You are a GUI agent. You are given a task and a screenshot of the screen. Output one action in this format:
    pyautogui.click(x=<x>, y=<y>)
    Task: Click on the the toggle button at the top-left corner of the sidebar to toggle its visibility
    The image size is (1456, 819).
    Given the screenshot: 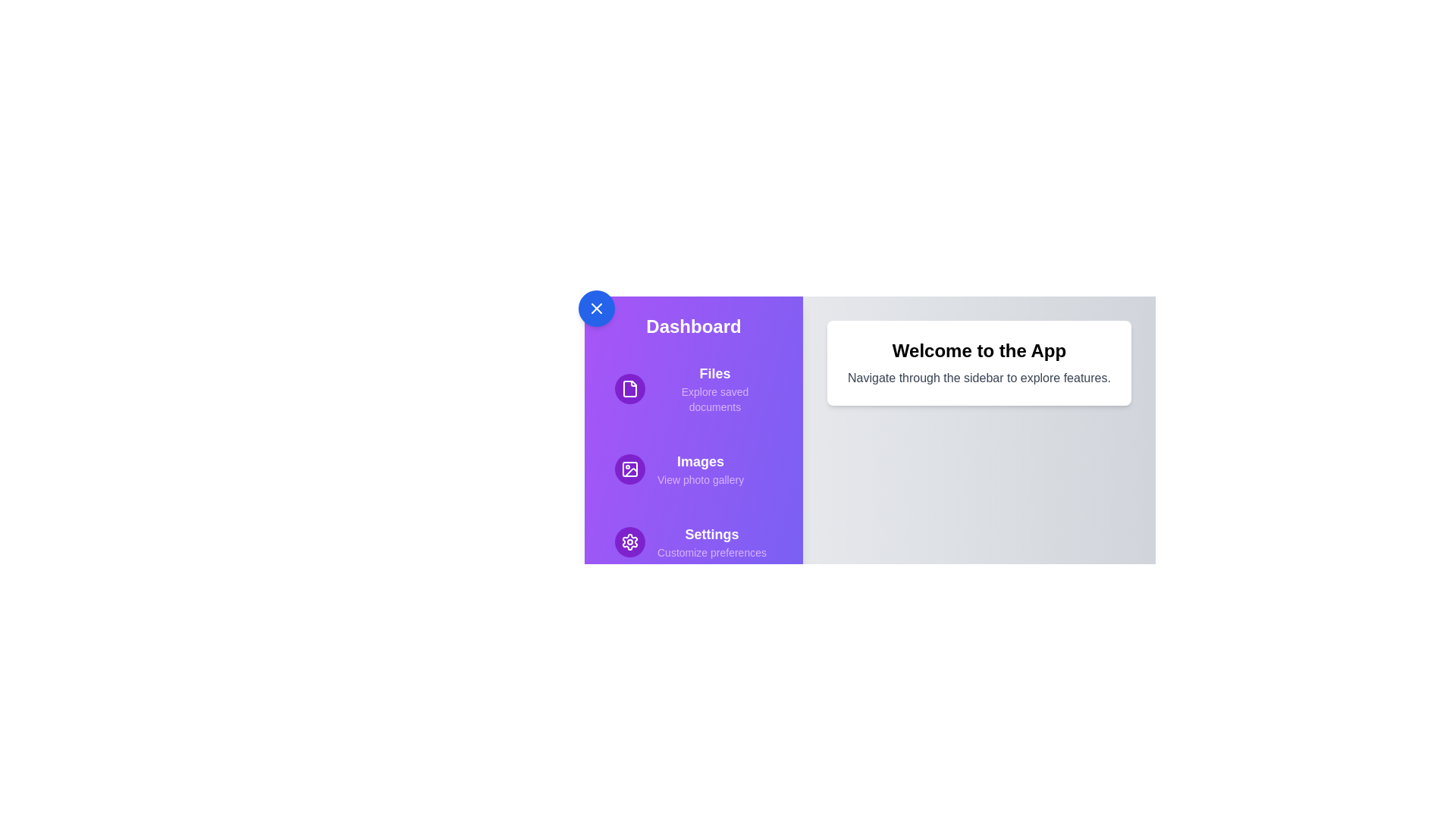 What is the action you would take?
    pyautogui.click(x=596, y=308)
    